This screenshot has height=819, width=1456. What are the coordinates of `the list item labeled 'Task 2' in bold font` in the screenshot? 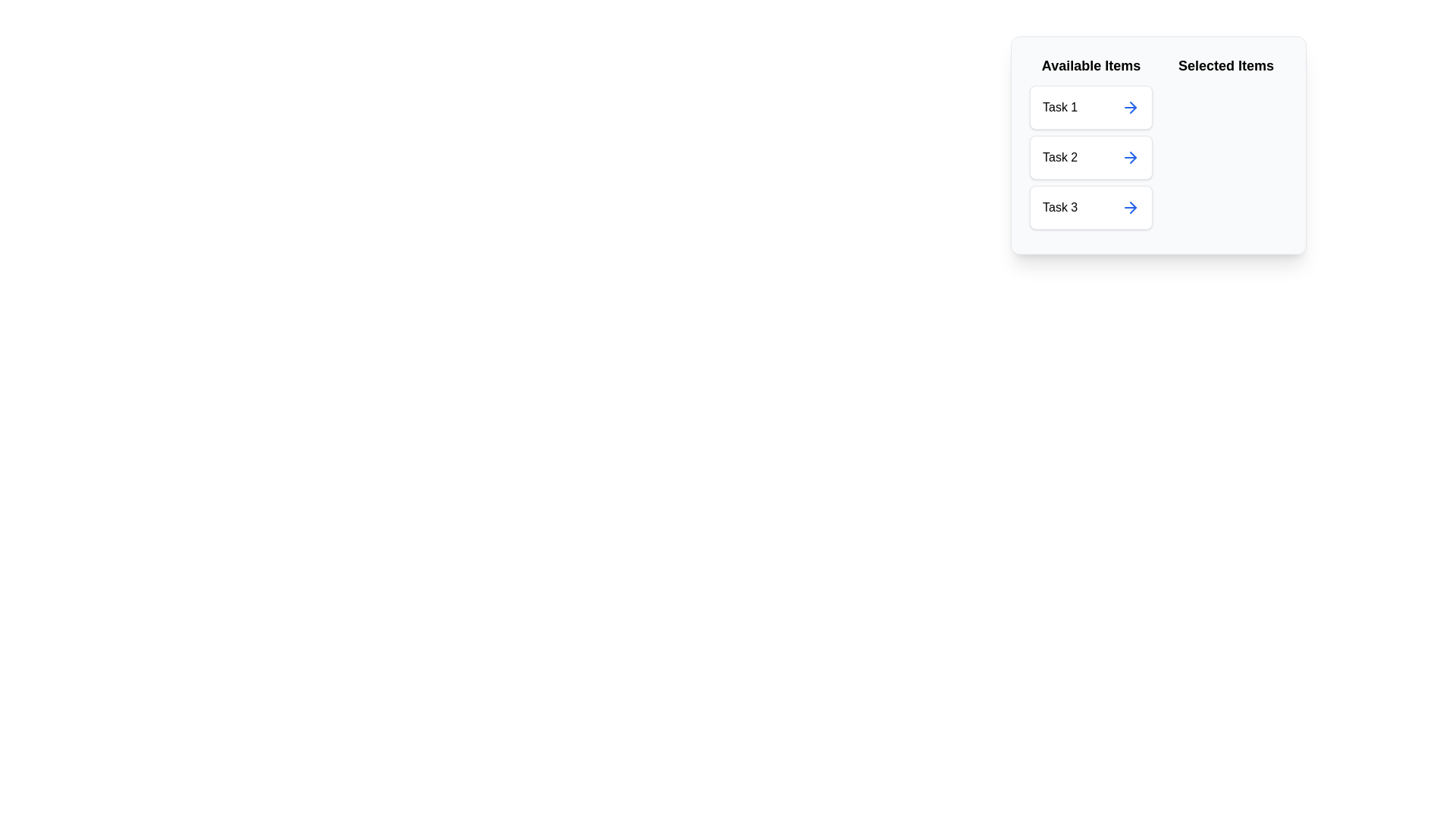 It's located at (1090, 146).